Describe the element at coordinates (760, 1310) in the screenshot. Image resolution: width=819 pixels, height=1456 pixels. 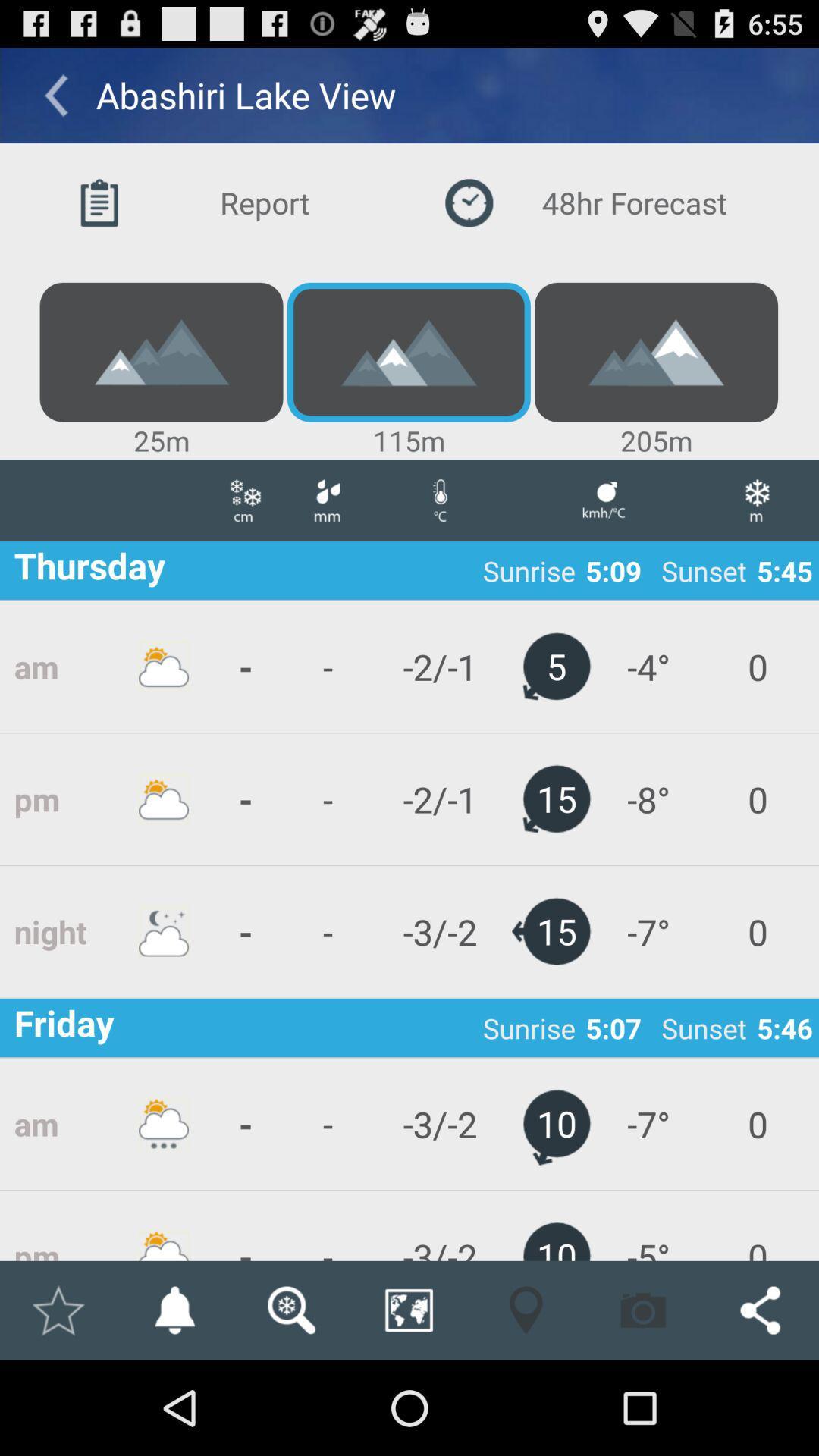
I see `share content` at that location.